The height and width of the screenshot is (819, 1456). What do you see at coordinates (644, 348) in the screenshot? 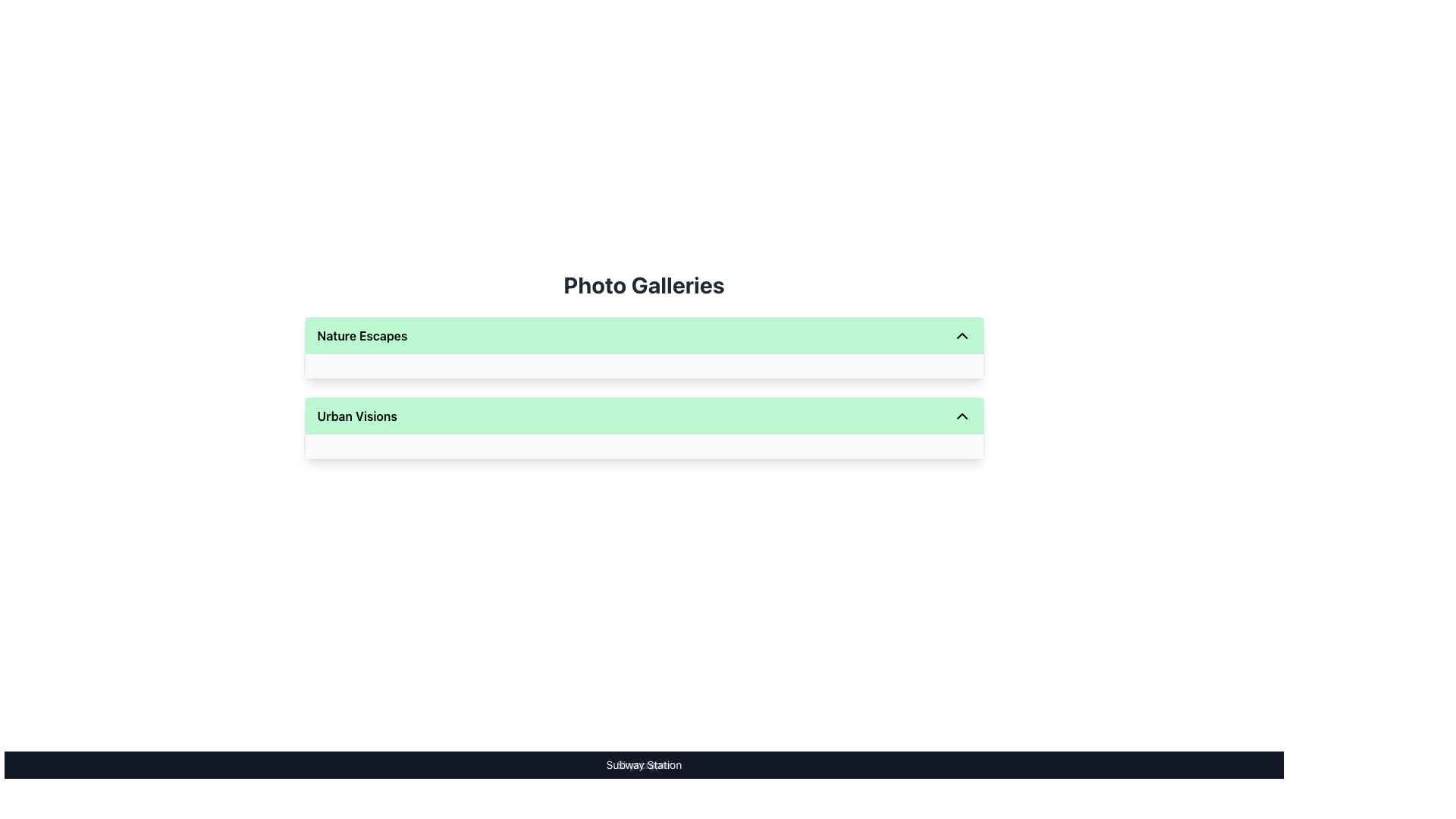
I see `the 'Nature Escapes' Collapsible Section Header` at bounding box center [644, 348].